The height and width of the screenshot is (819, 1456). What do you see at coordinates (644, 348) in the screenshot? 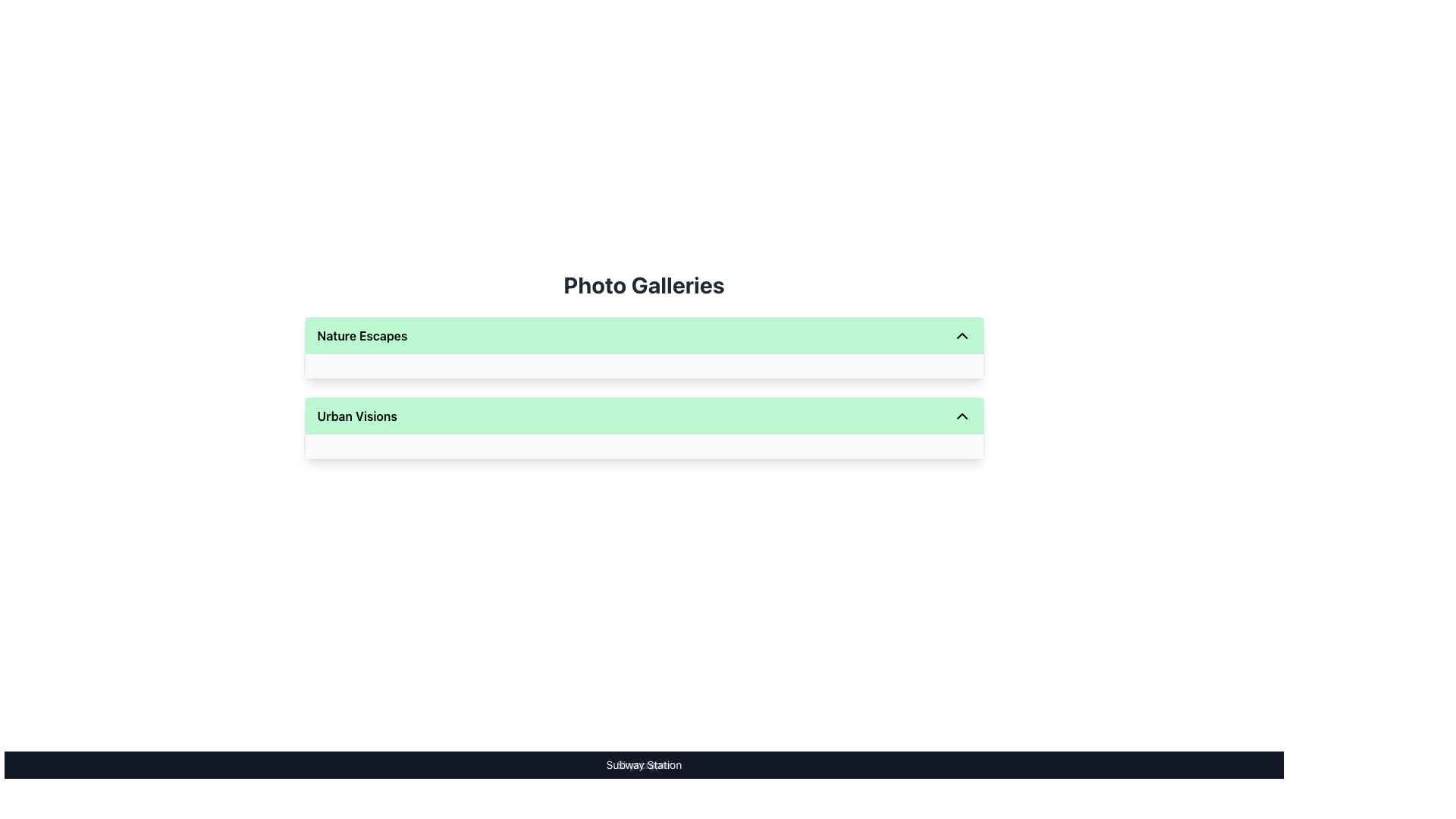
I see `the 'Nature Escapes' Collapsible Section Header` at bounding box center [644, 348].